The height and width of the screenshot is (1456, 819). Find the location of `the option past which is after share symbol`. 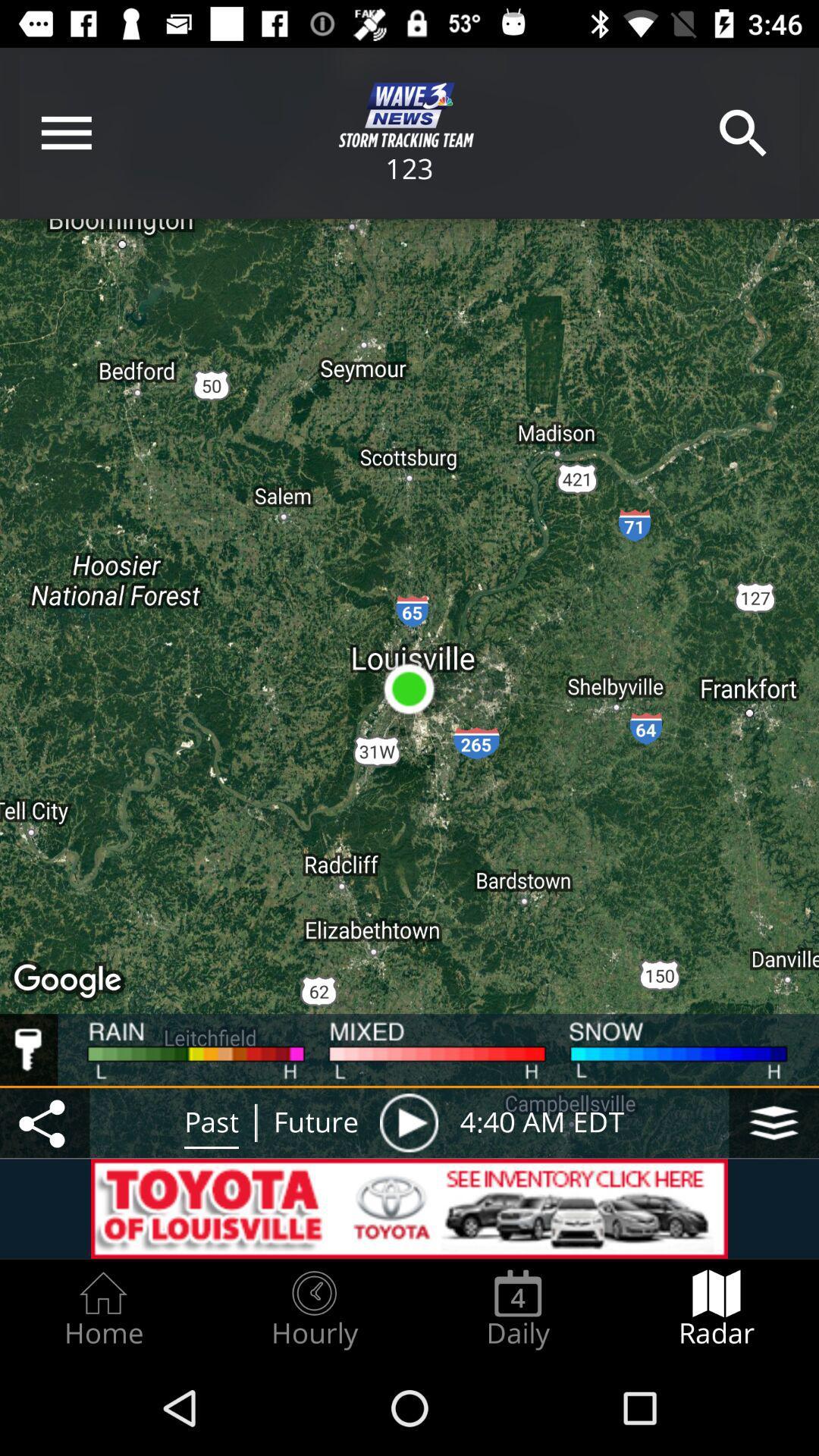

the option past which is after share symbol is located at coordinates (211, 1123).